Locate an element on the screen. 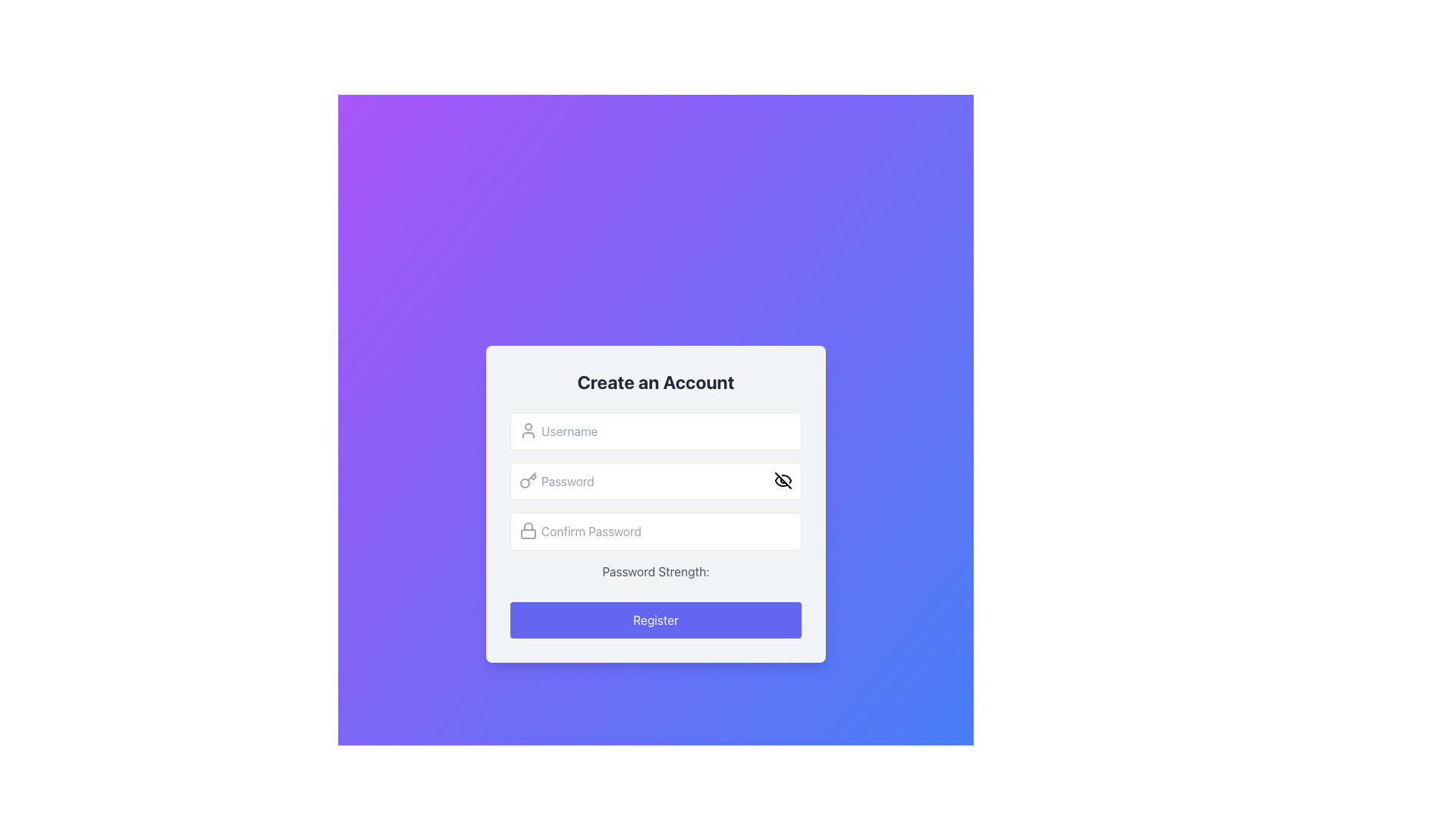 The image size is (1456, 819). the label that indicates the password strength of the subsequent component located beneath the password confirmation field is located at coordinates (655, 571).